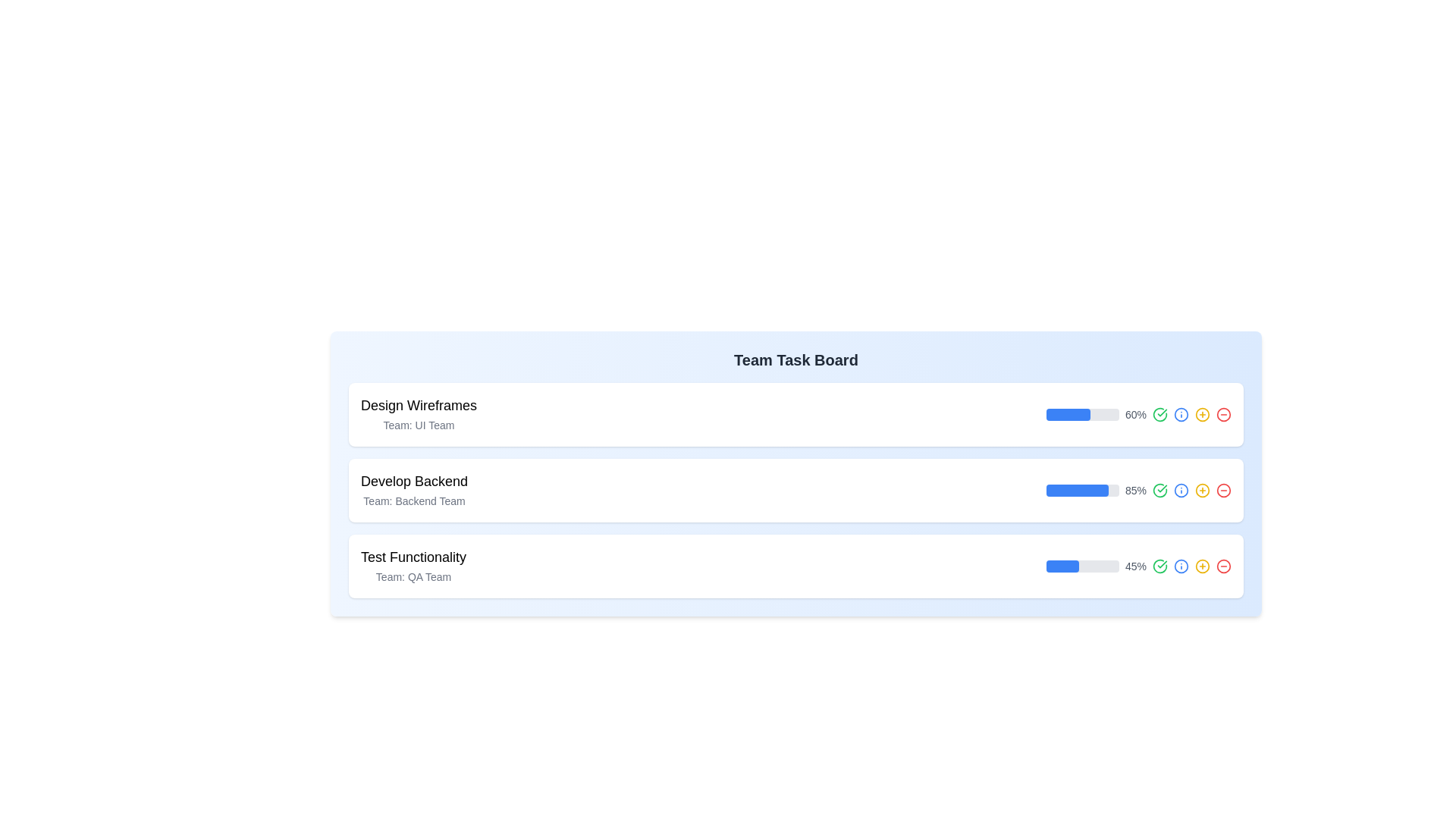 Image resolution: width=1456 pixels, height=819 pixels. Describe the element at coordinates (1081, 566) in the screenshot. I see `the horizontal progress bar located in the third task row of the team task board interface, which has a rounded gray background and a partially filled blue segment indicating 45%` at that location.